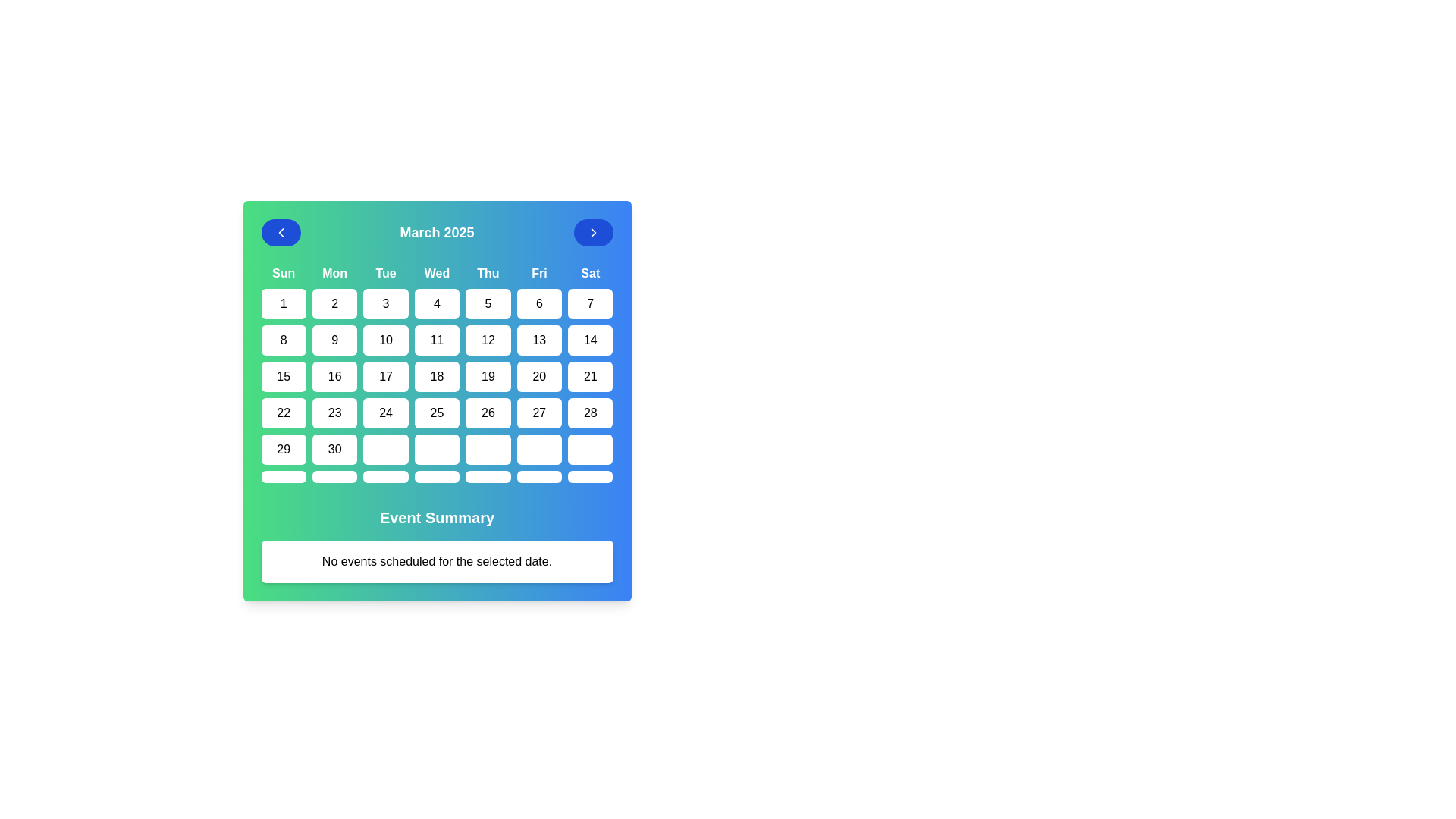 Image resolution: width=1456 pixels, height=819 pixels. What do you see at coordinates (385, 304) in the screenshot?
I see `the button representing the date '3' in the calendar located in the first row, third column under 'Tue'` at bounding box center [385, 304].